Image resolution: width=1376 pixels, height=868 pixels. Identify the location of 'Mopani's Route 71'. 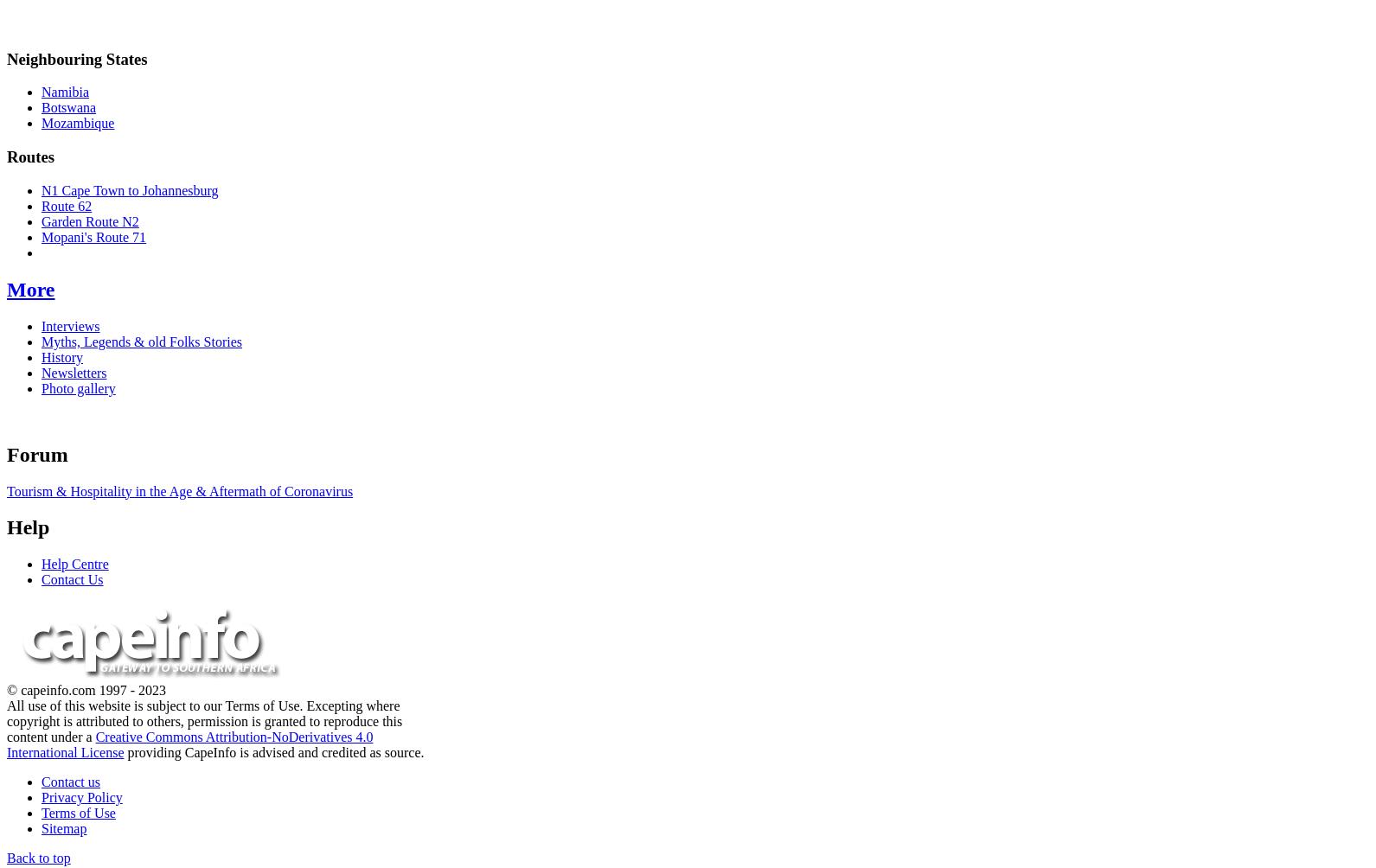
(93, 236).